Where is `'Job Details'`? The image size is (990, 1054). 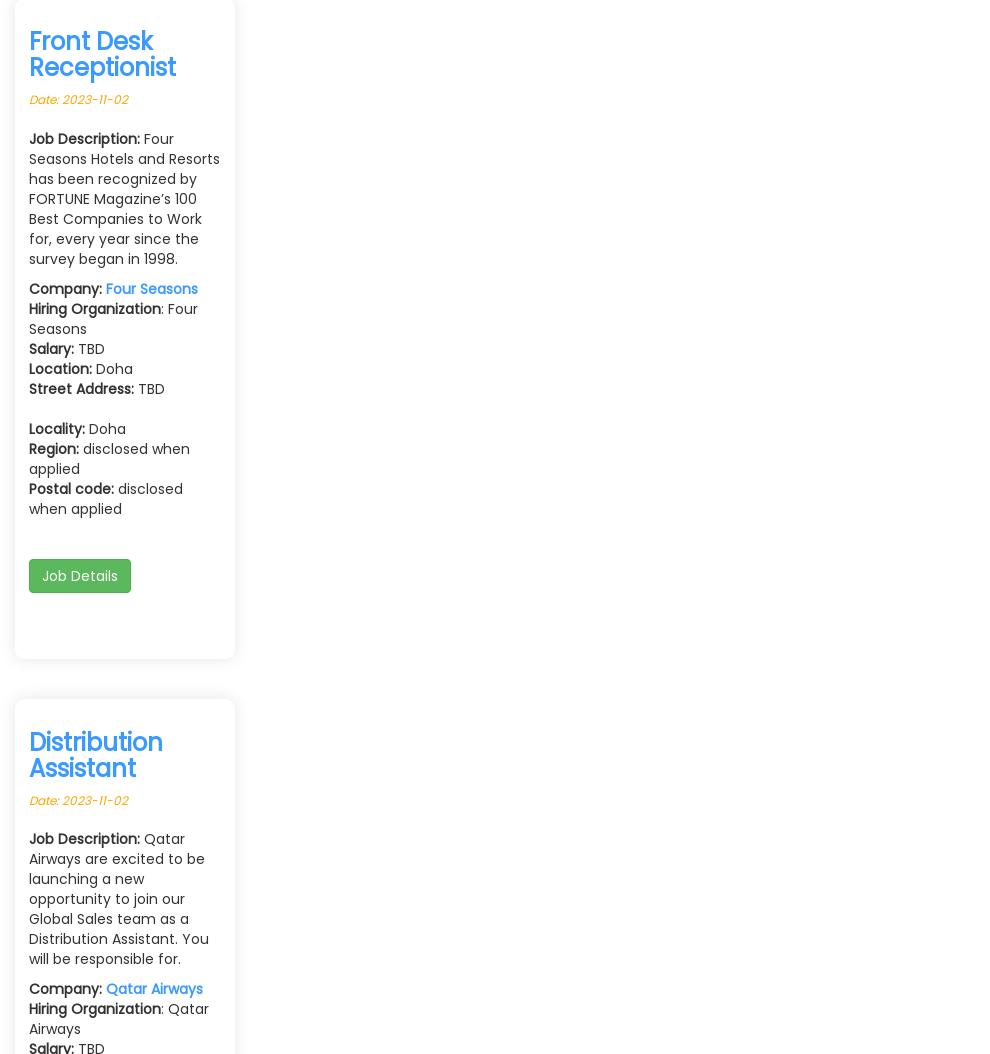
'Job Details' is located at coordinates (79, 574).